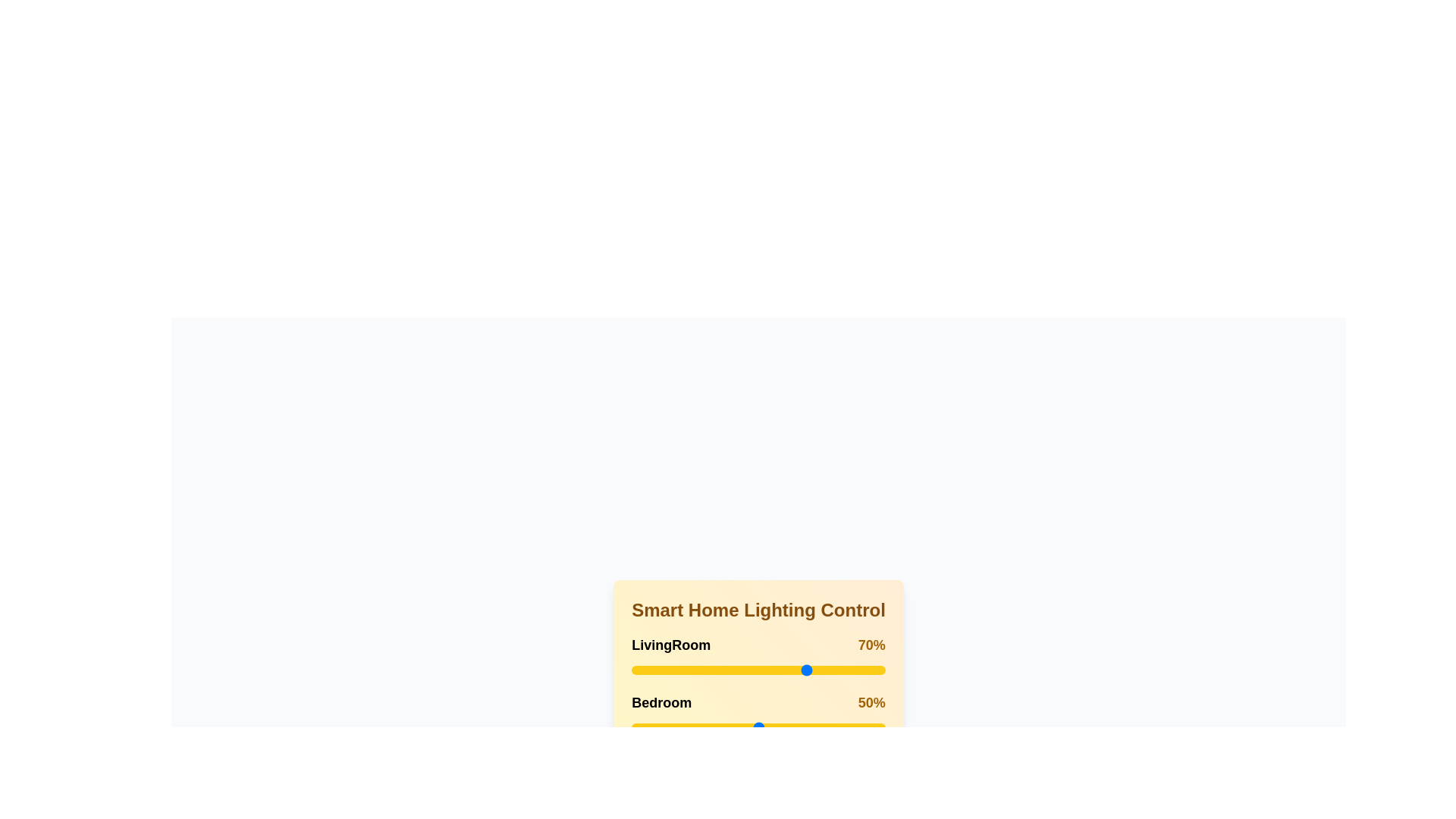 This screenshot has height=819, width=1456. I want to click on bedroom light intensity, so click(745, 727).